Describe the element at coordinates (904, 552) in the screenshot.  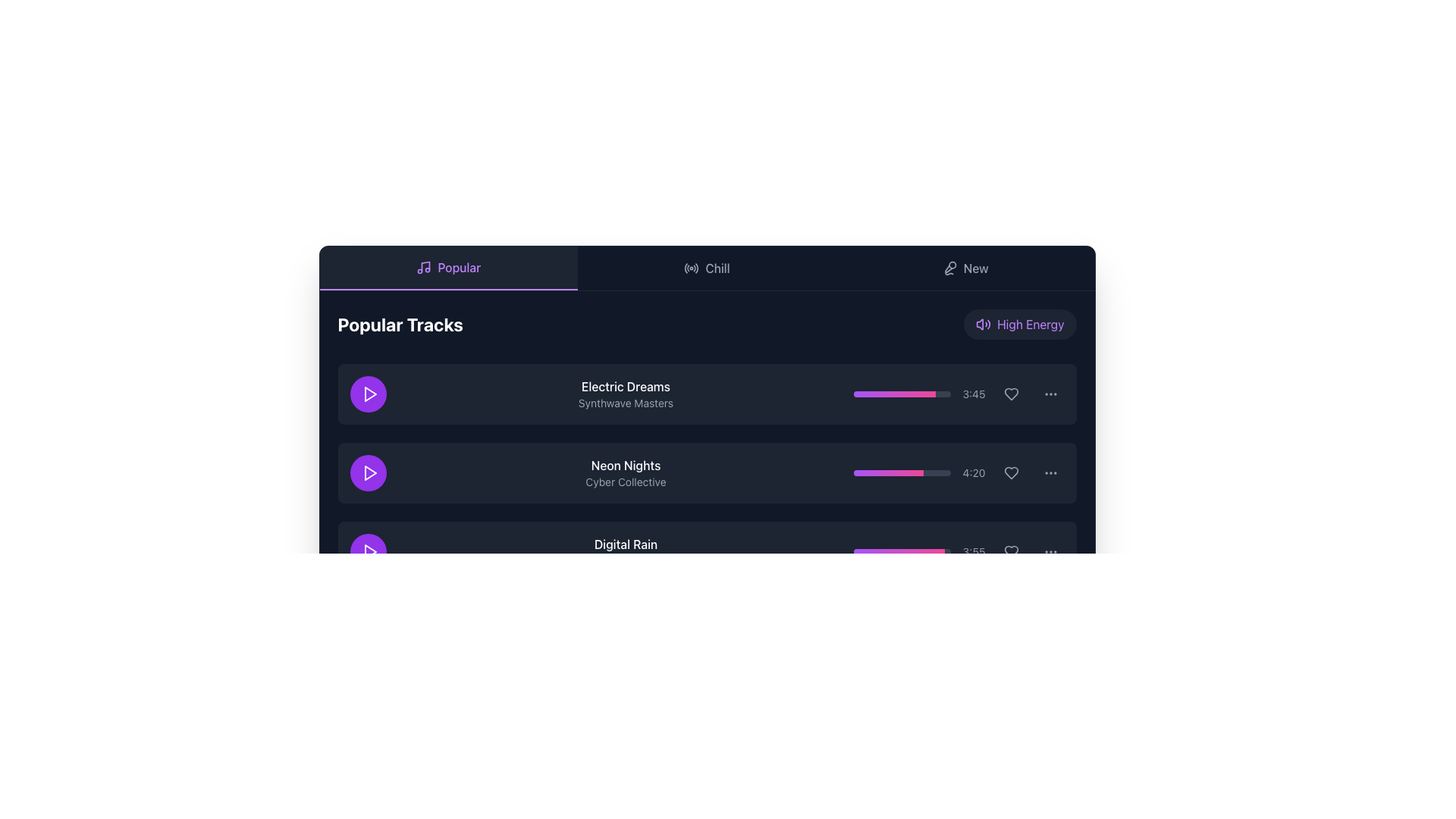
I see `the slider value` at that location.